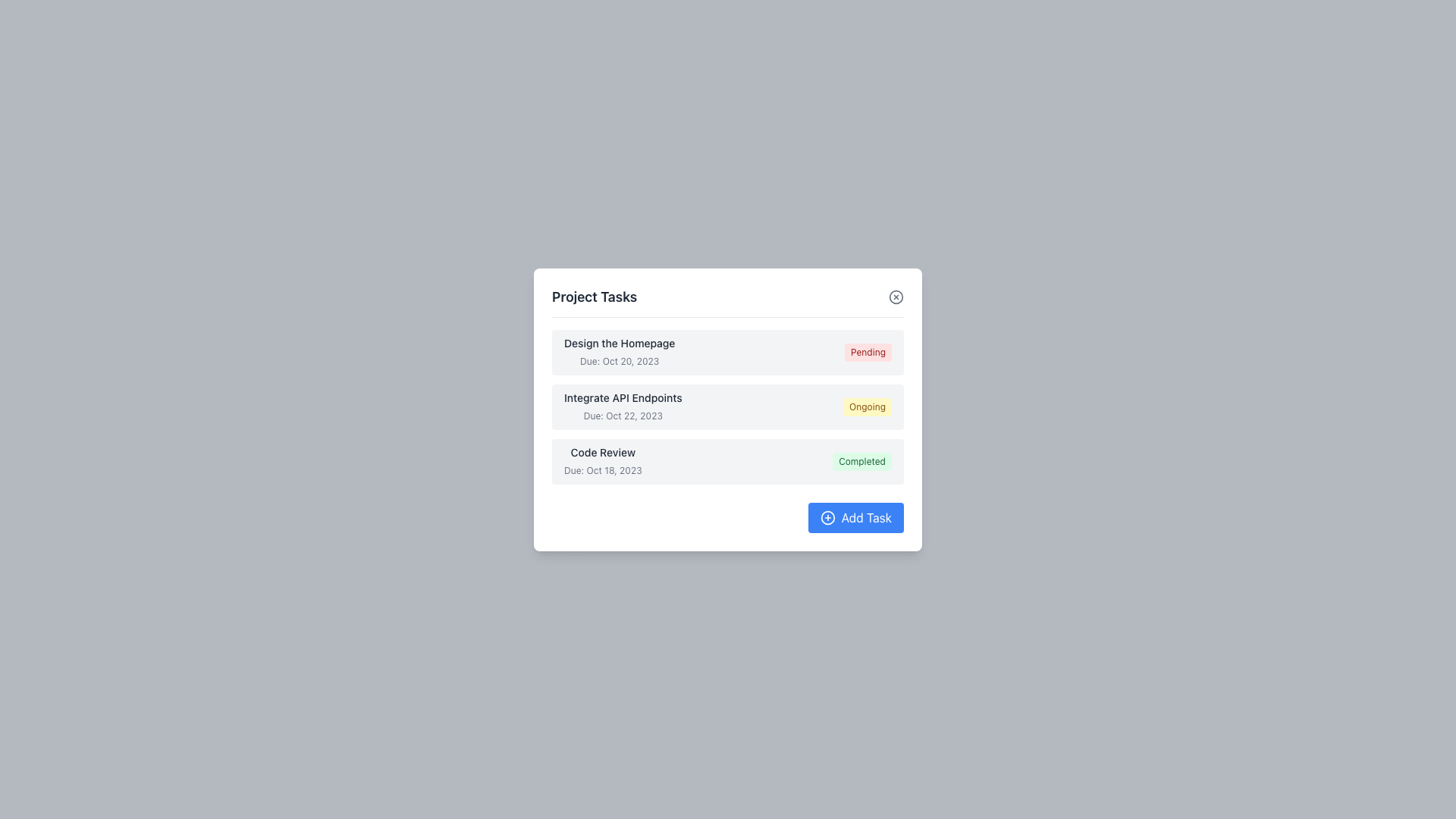 This screenshot has height=819, width=1456. What do you see at coordinates (728, 460) in the screenshot?
I see `the task card that displays the task title 'Code Review'` at bounding box center [728, 460].